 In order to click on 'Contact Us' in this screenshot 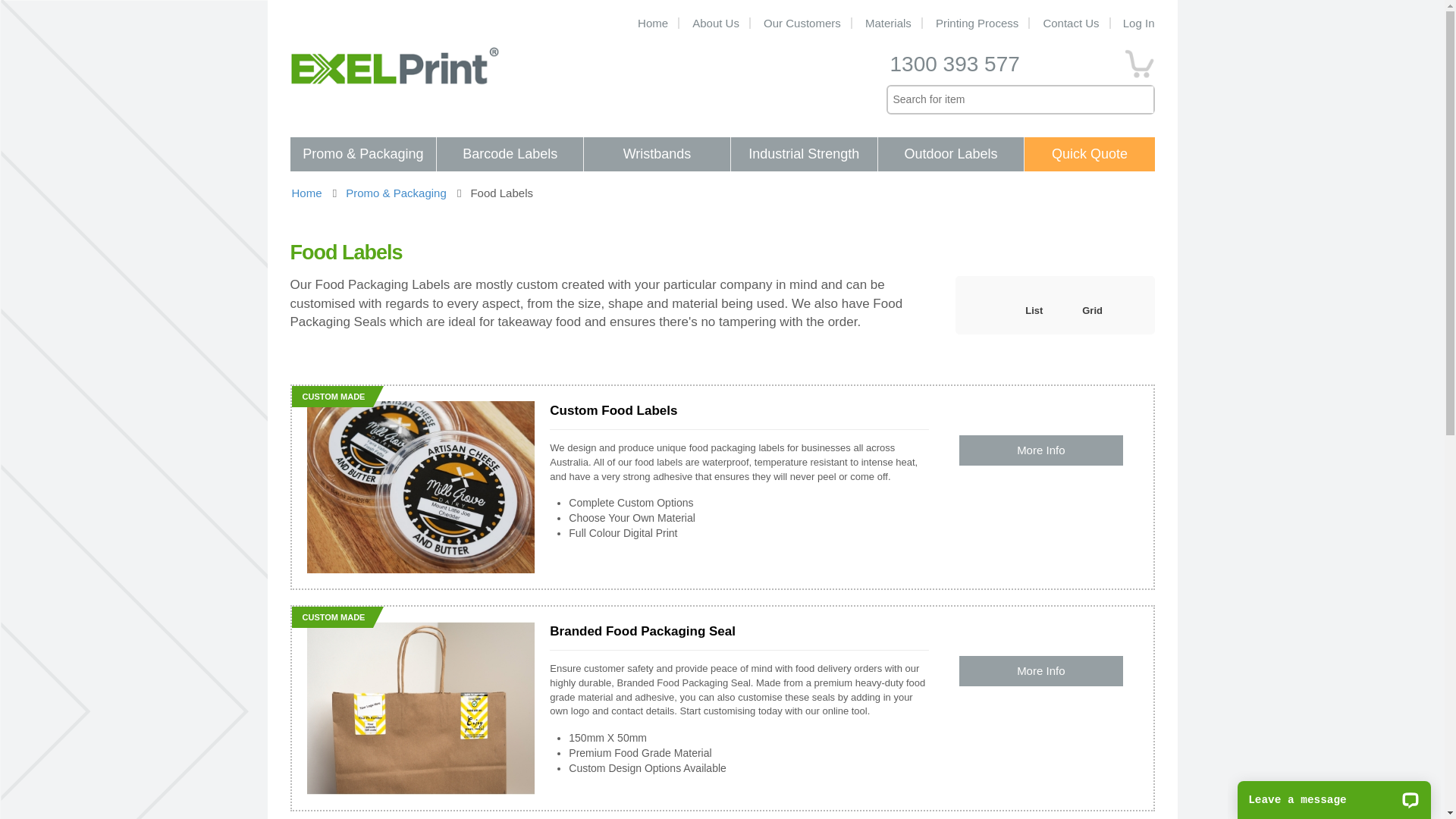, I will do `click(1070, 23)`.